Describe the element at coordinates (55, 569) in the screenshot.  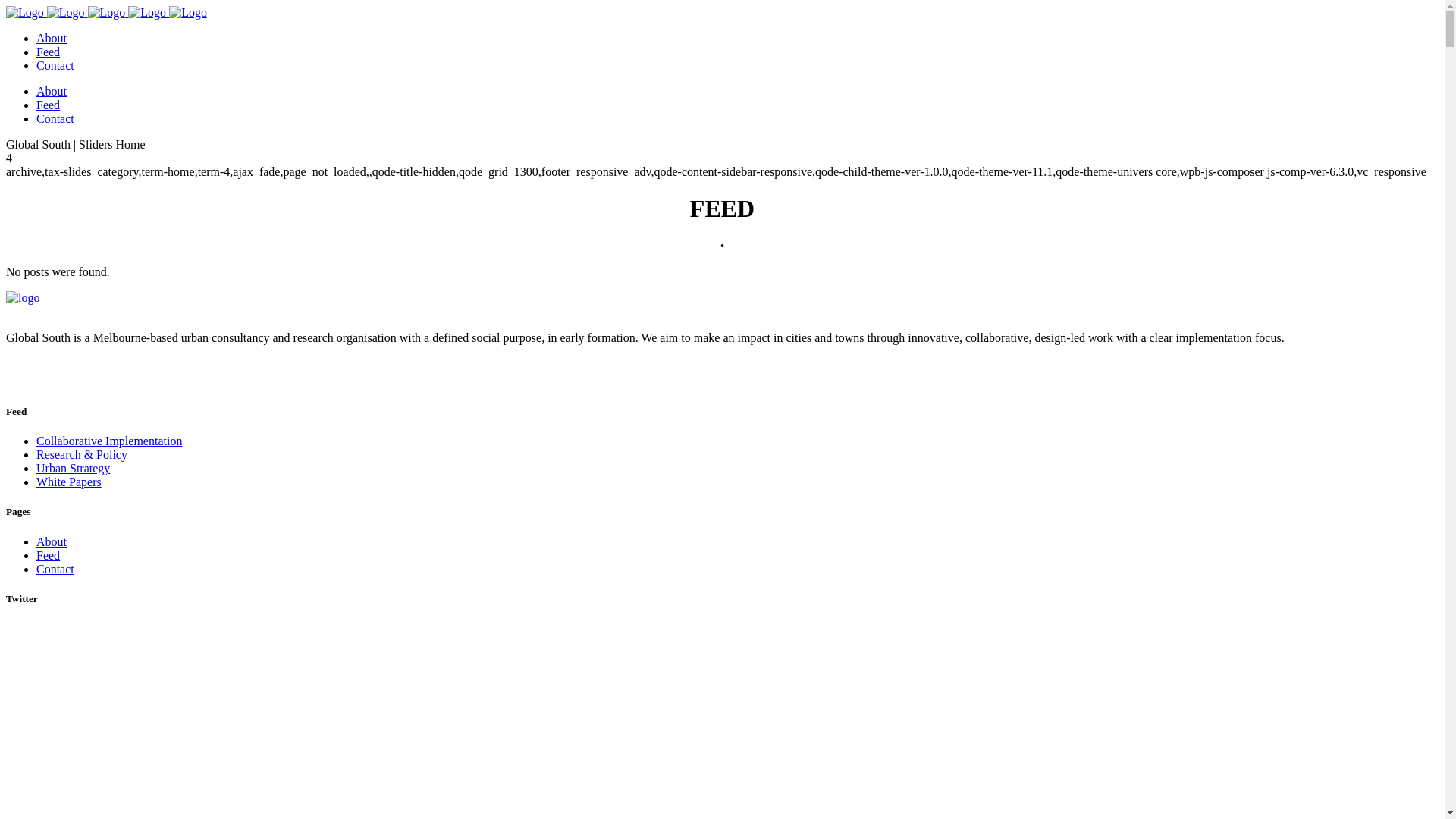
I see `'Contact'` at that location.